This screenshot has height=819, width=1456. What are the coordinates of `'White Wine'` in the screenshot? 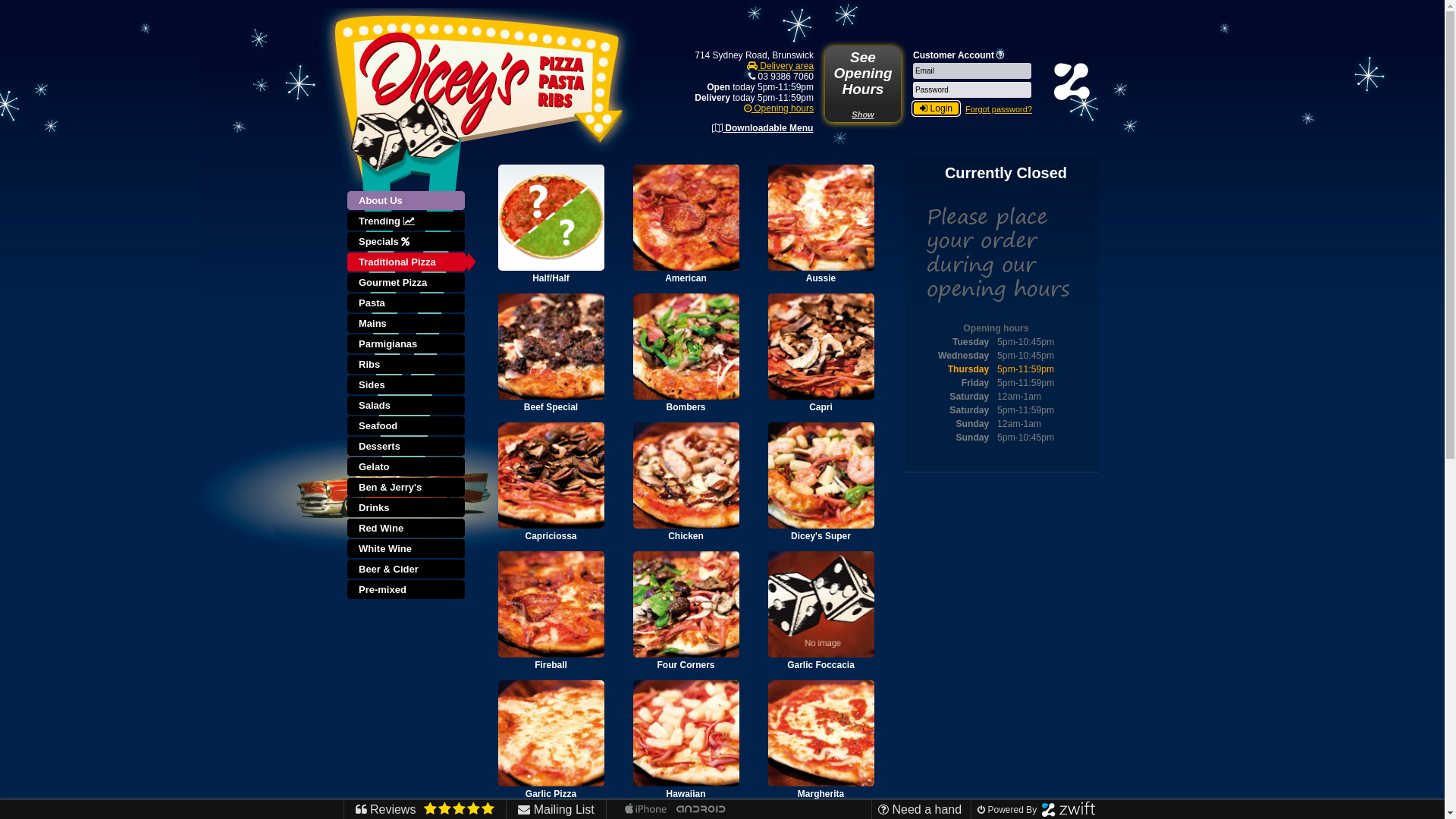 It's located at (407, 549).